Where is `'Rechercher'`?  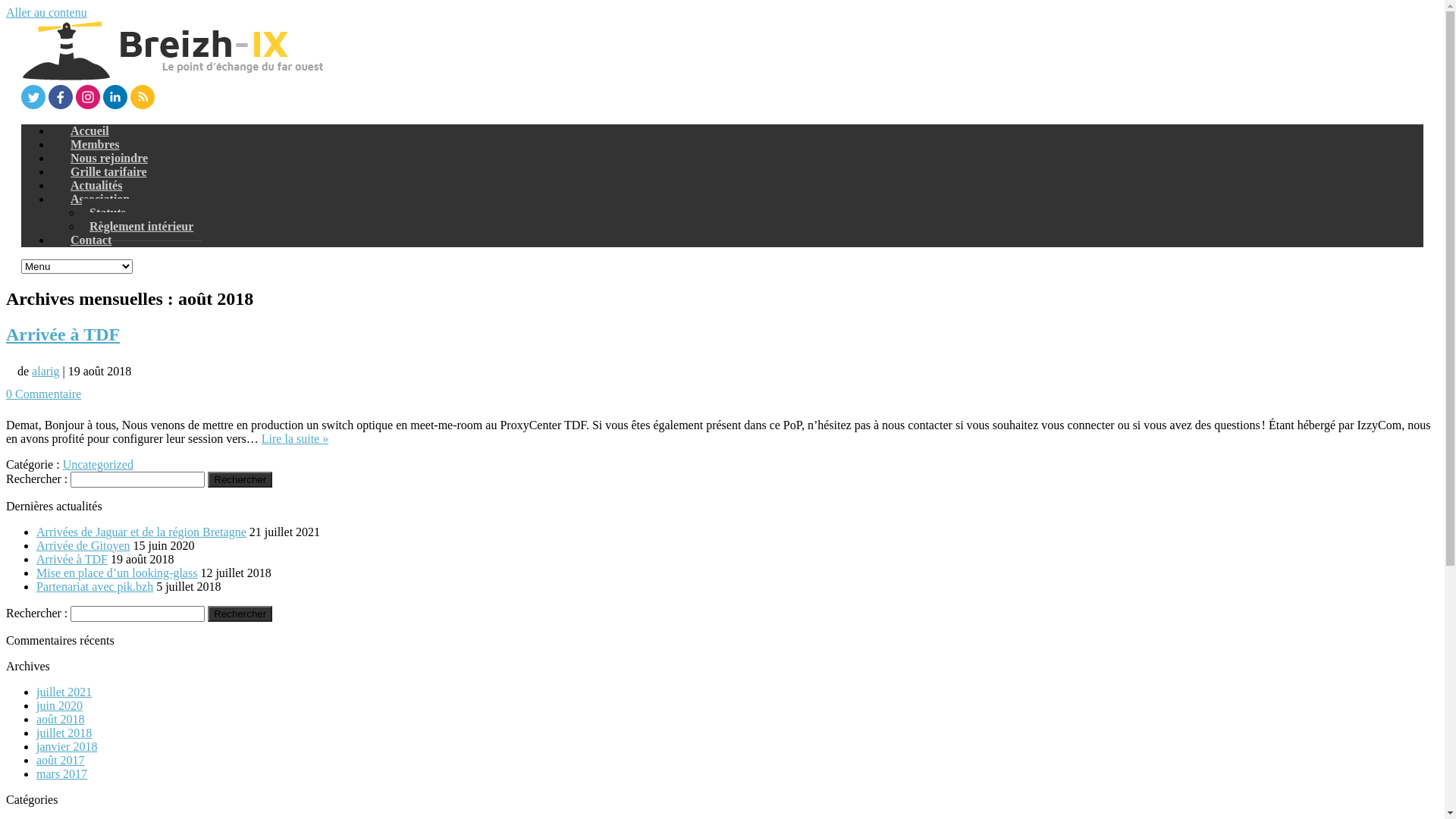
'Rechercher' is located at coordinates (239, 479).